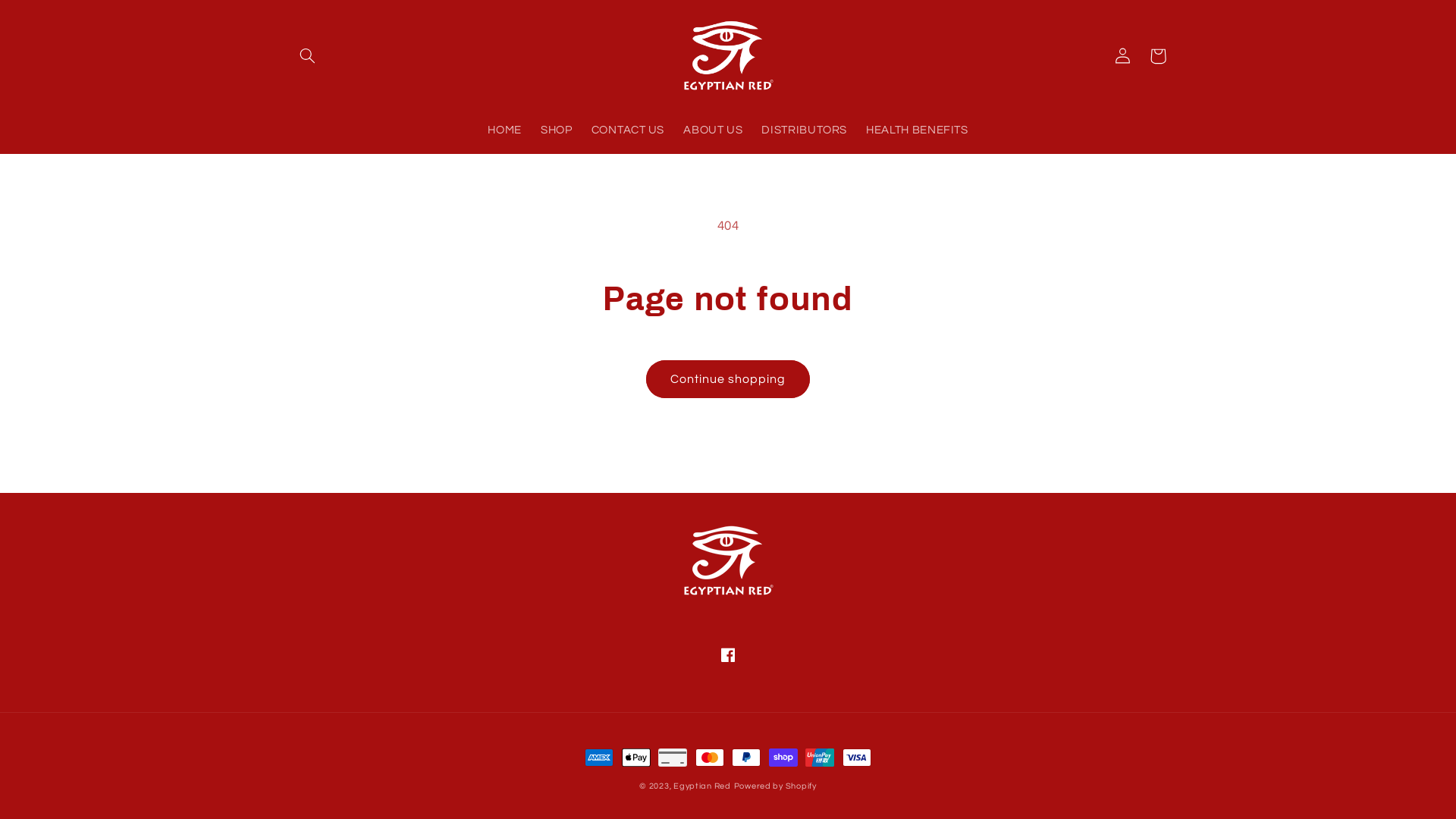  I want to click on 'Cart', so click(1140, 55).